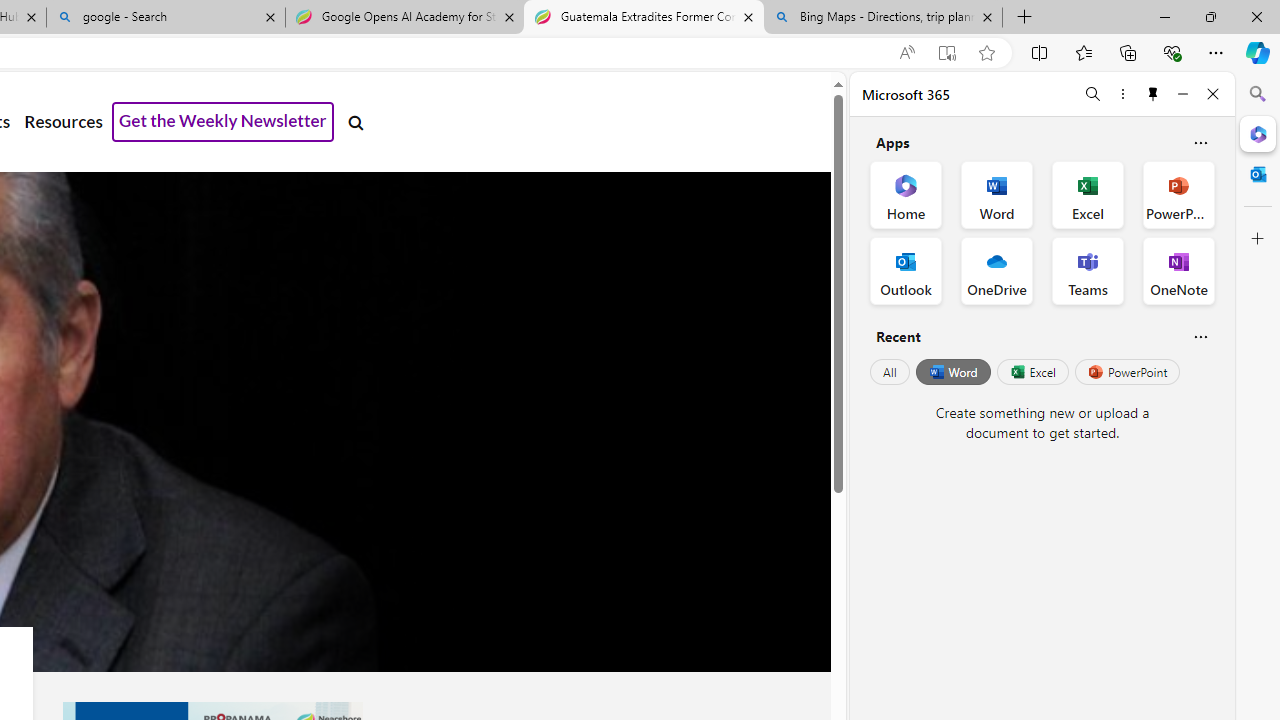  I want to click on 'Outlook Office App', so click(905, 271).